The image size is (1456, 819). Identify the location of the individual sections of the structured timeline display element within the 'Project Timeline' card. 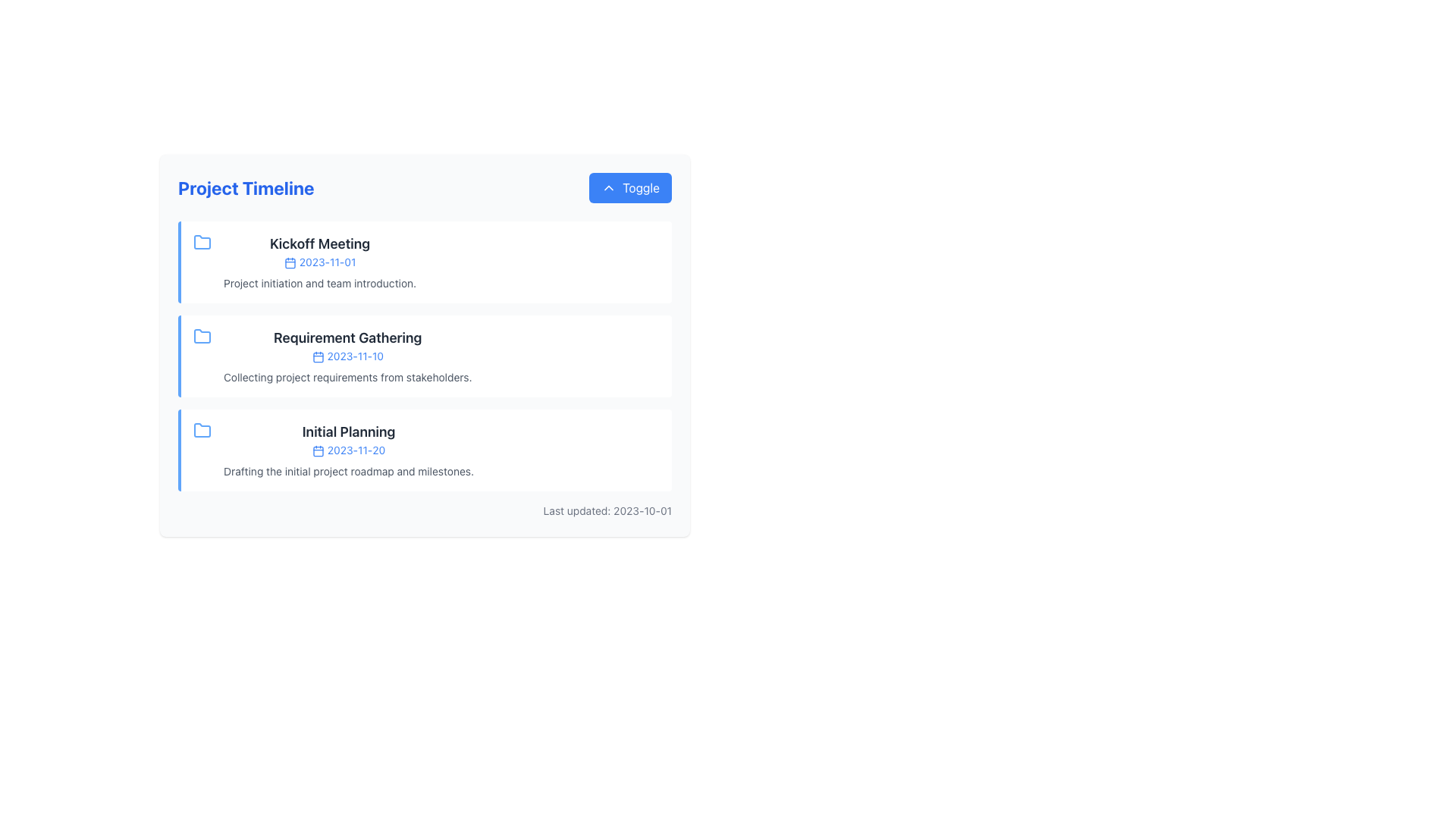
(425, 356).